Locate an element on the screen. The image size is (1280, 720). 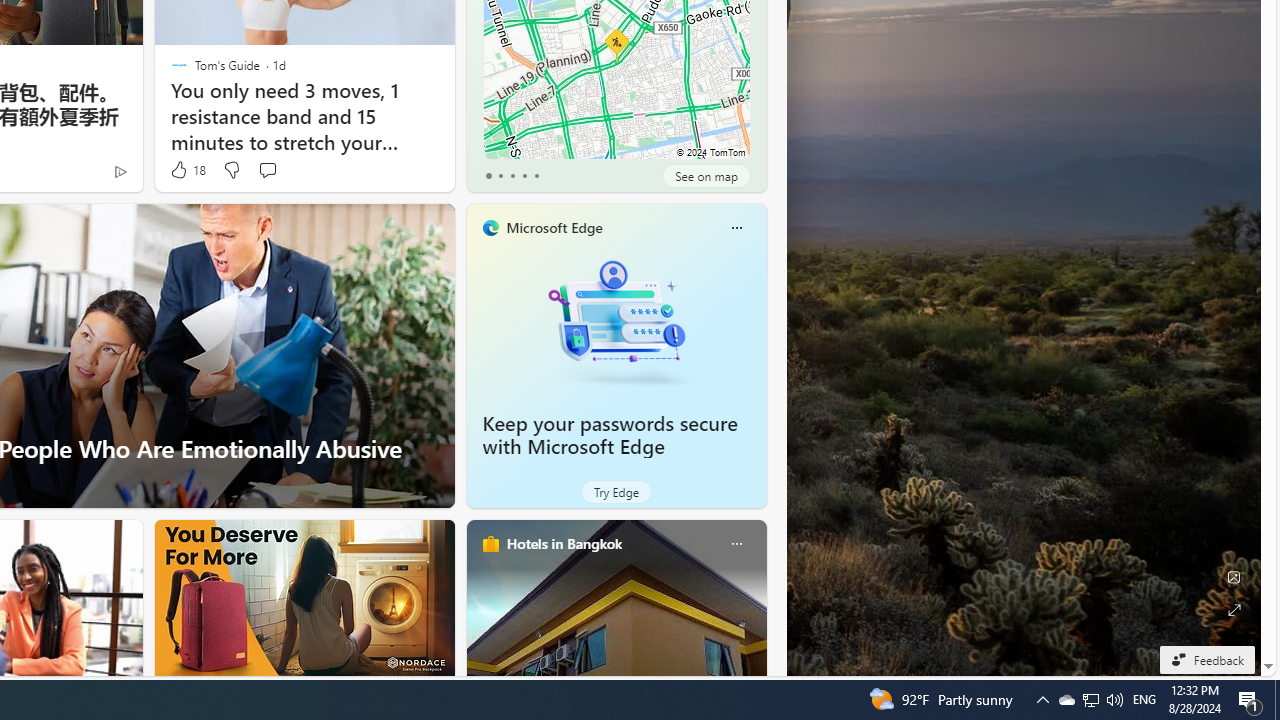
'18 Like' is located at coordinates (186, 169).